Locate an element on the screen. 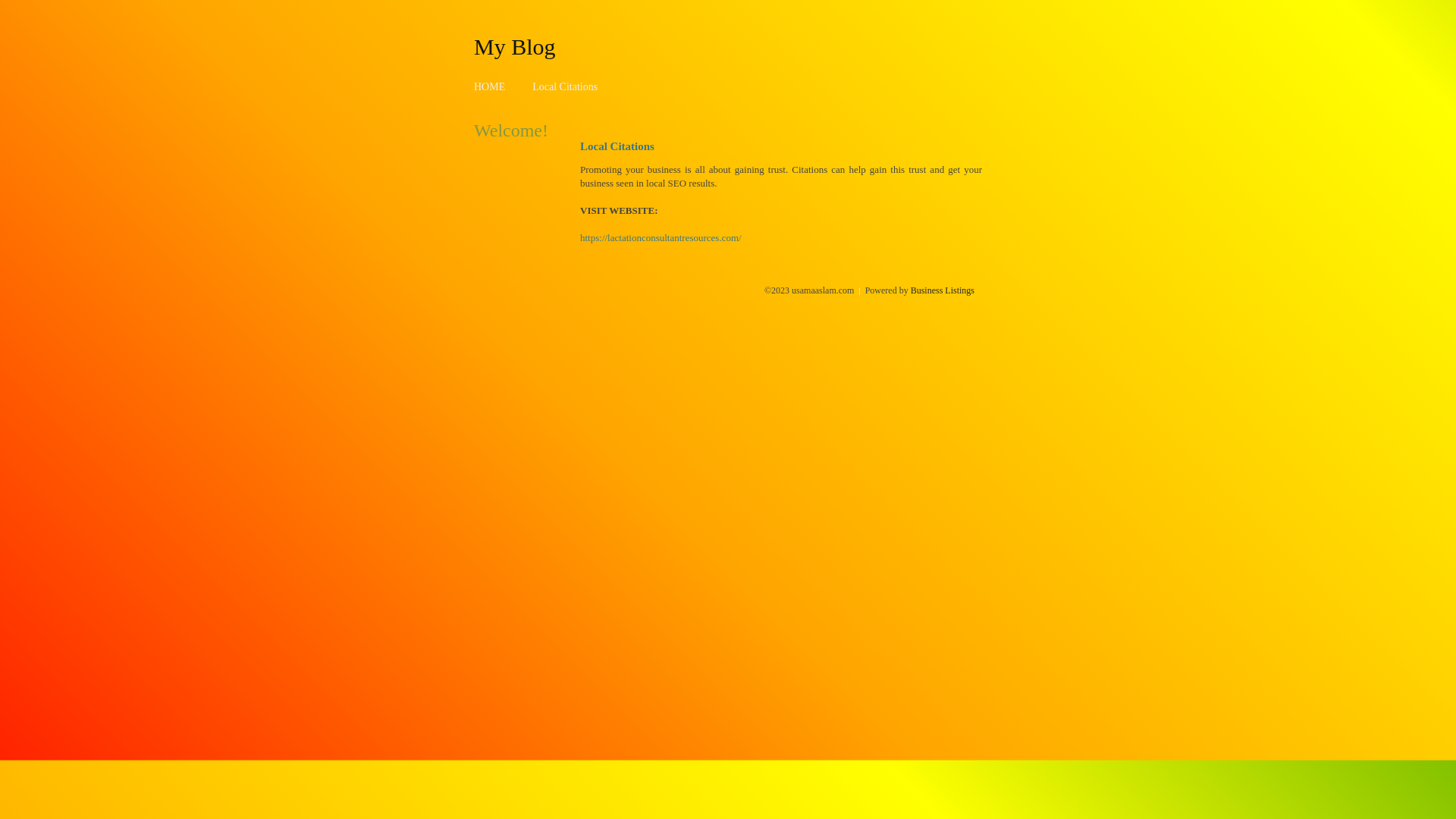  'https://lactationconsultantresources.com/' is located at coordinates (661, 237).